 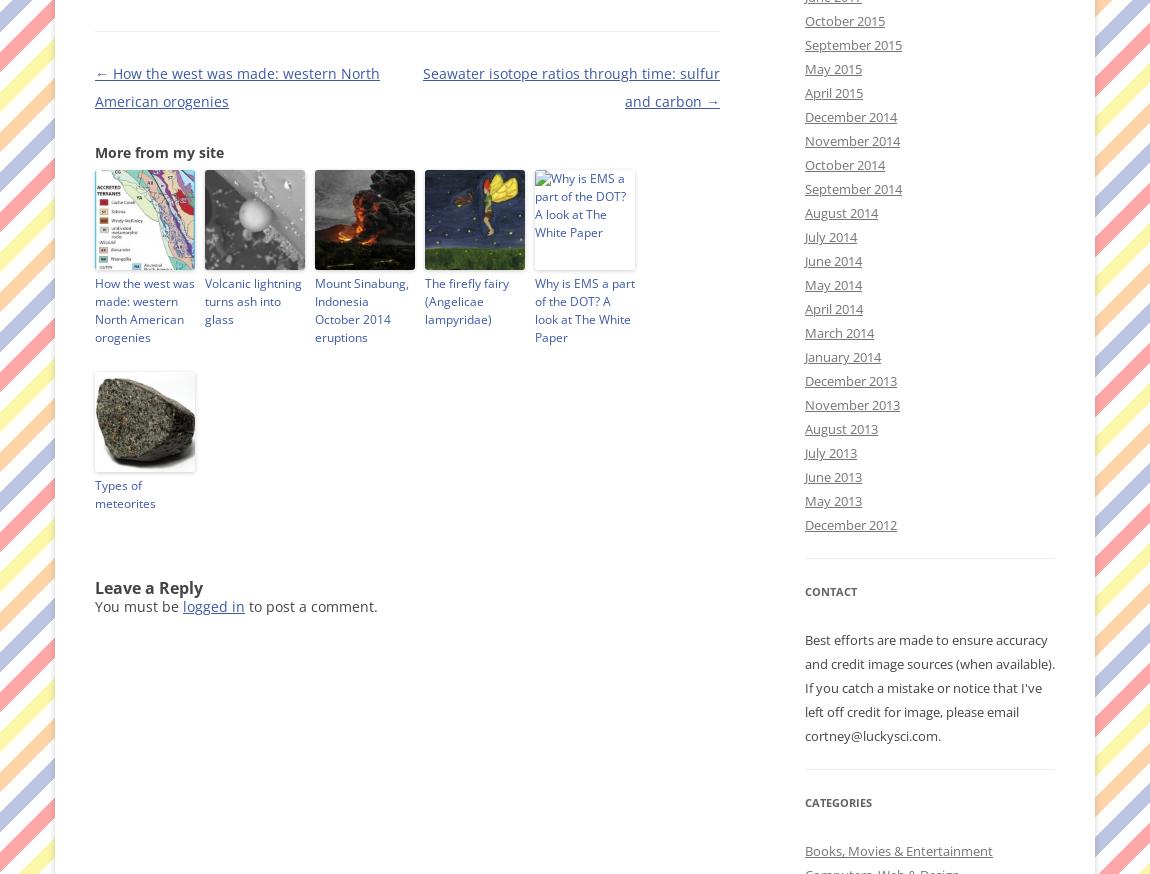 What do you see at coordinates (838, 331) in the screenshot?
I see `'March 2014'` at bounding box center [838, 331].